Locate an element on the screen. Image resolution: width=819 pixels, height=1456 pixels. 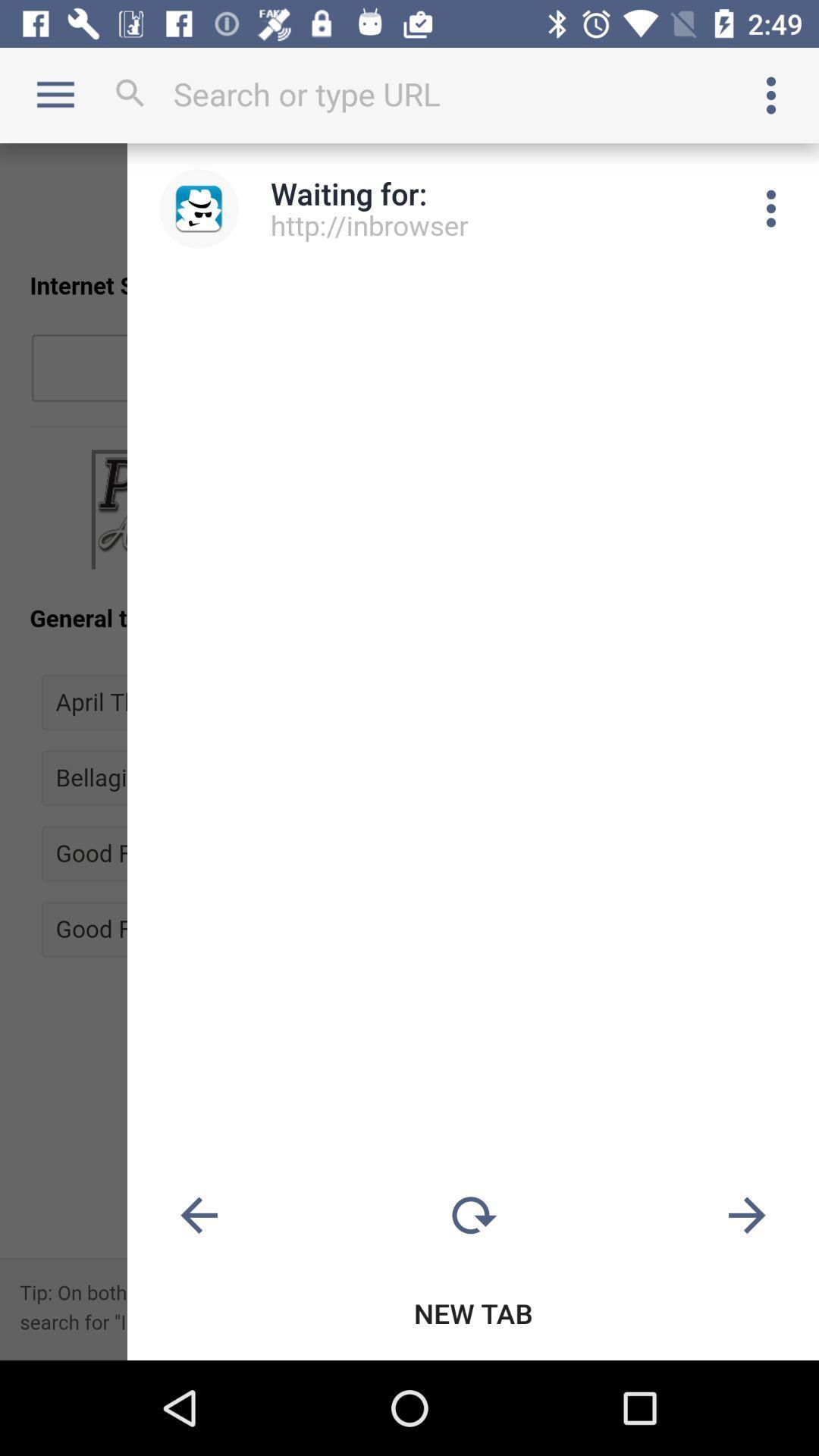
next tab is located at coordinates (746, 1216).